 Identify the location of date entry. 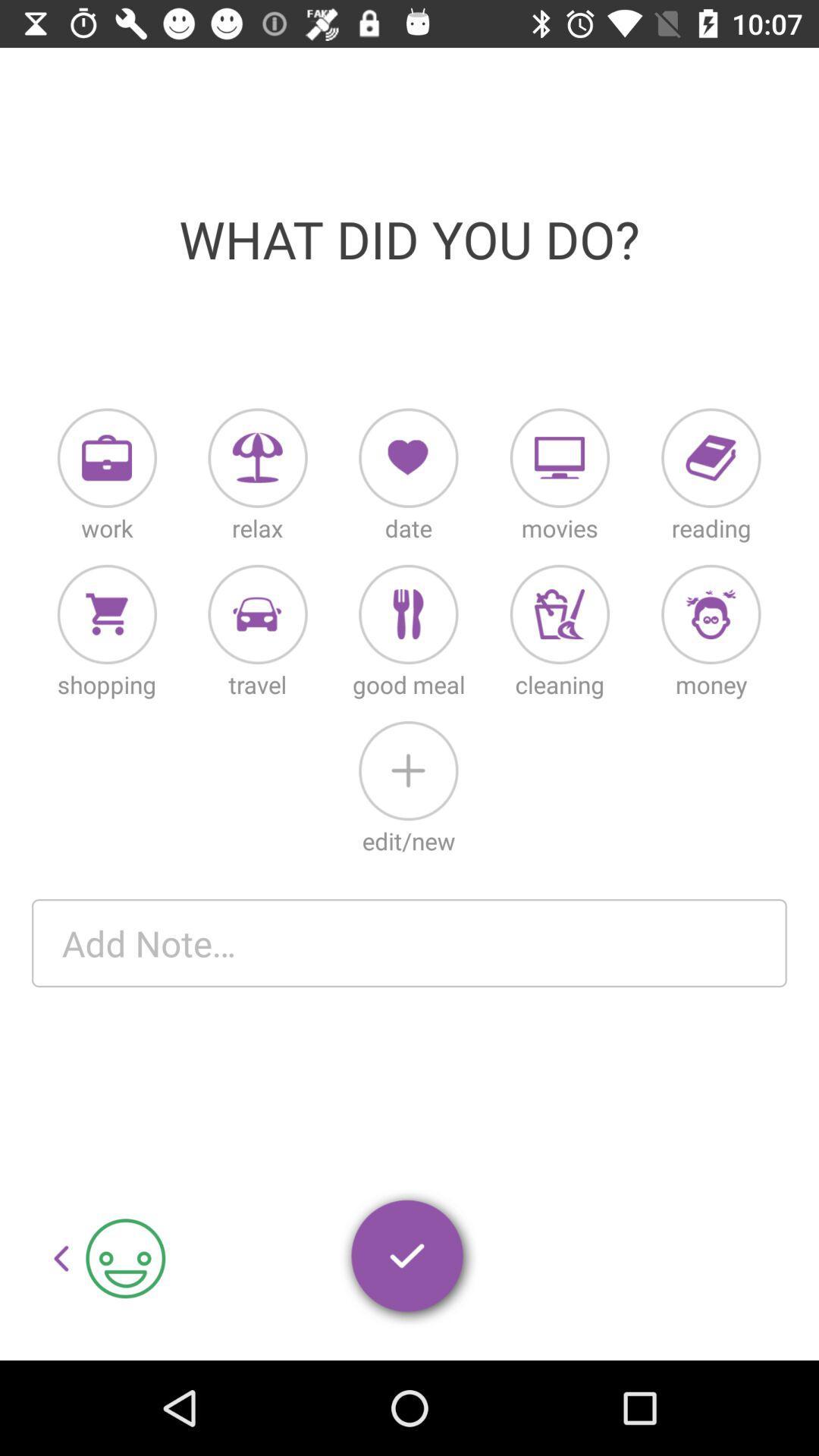
(407, 457).